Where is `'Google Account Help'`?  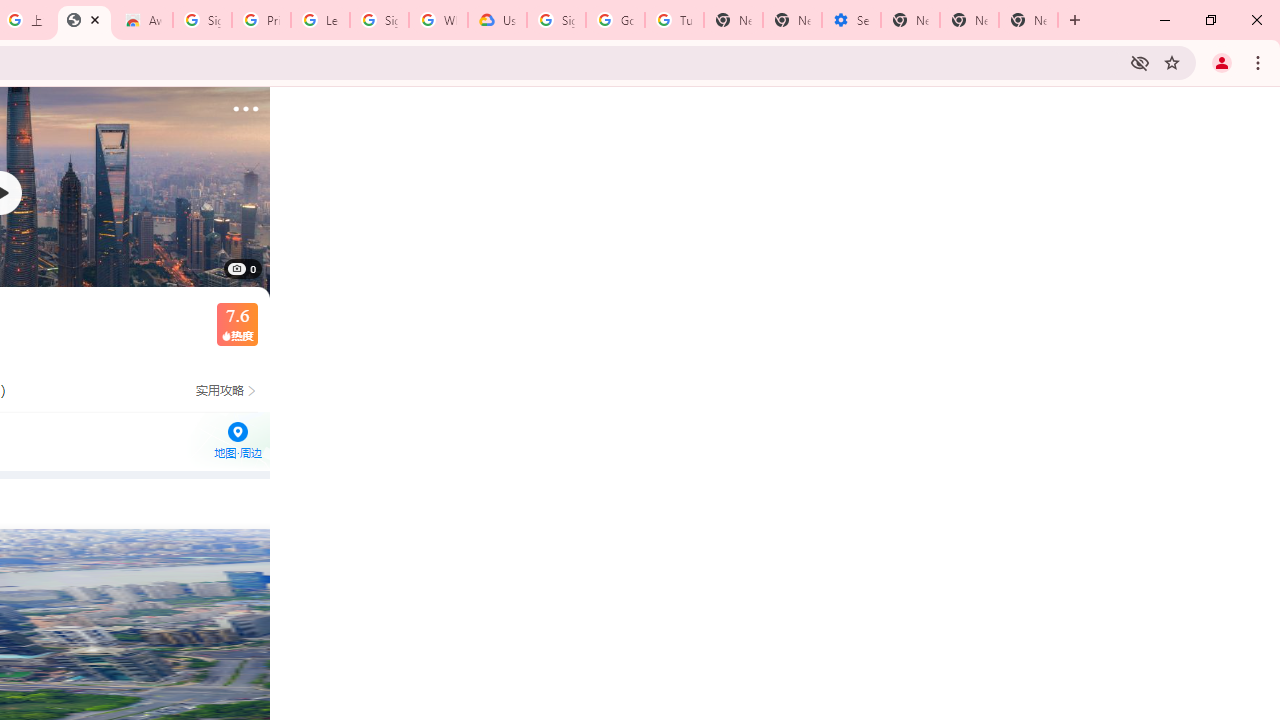 'Google Account Help' is located at coordinates (614, 20).